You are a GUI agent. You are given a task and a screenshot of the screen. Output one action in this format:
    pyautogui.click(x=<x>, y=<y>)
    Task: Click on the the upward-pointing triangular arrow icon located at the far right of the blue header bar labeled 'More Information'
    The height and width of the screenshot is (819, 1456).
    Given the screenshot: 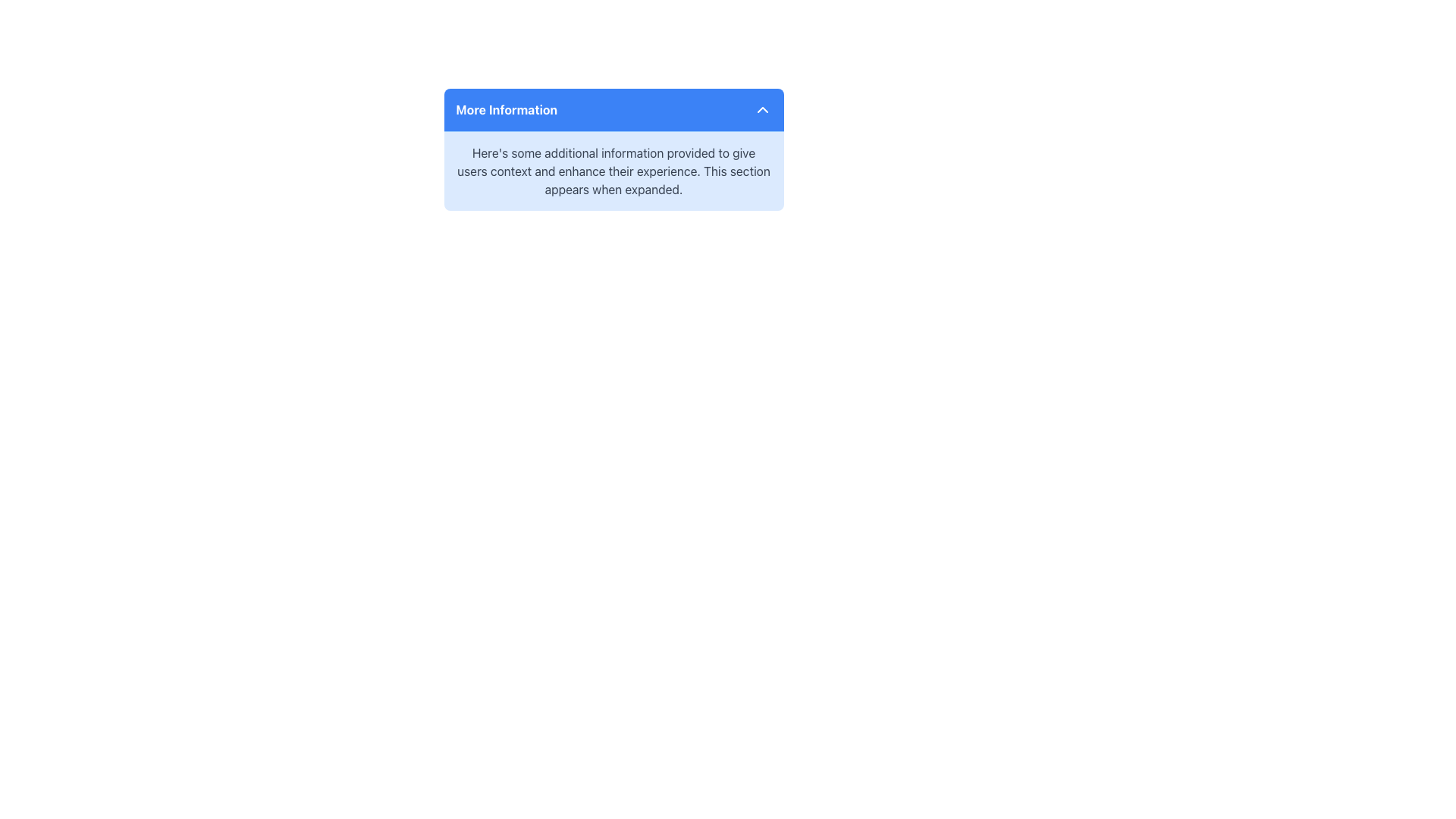 What is the action you would take?
    pyautogui.click(x=762, y=109)
    